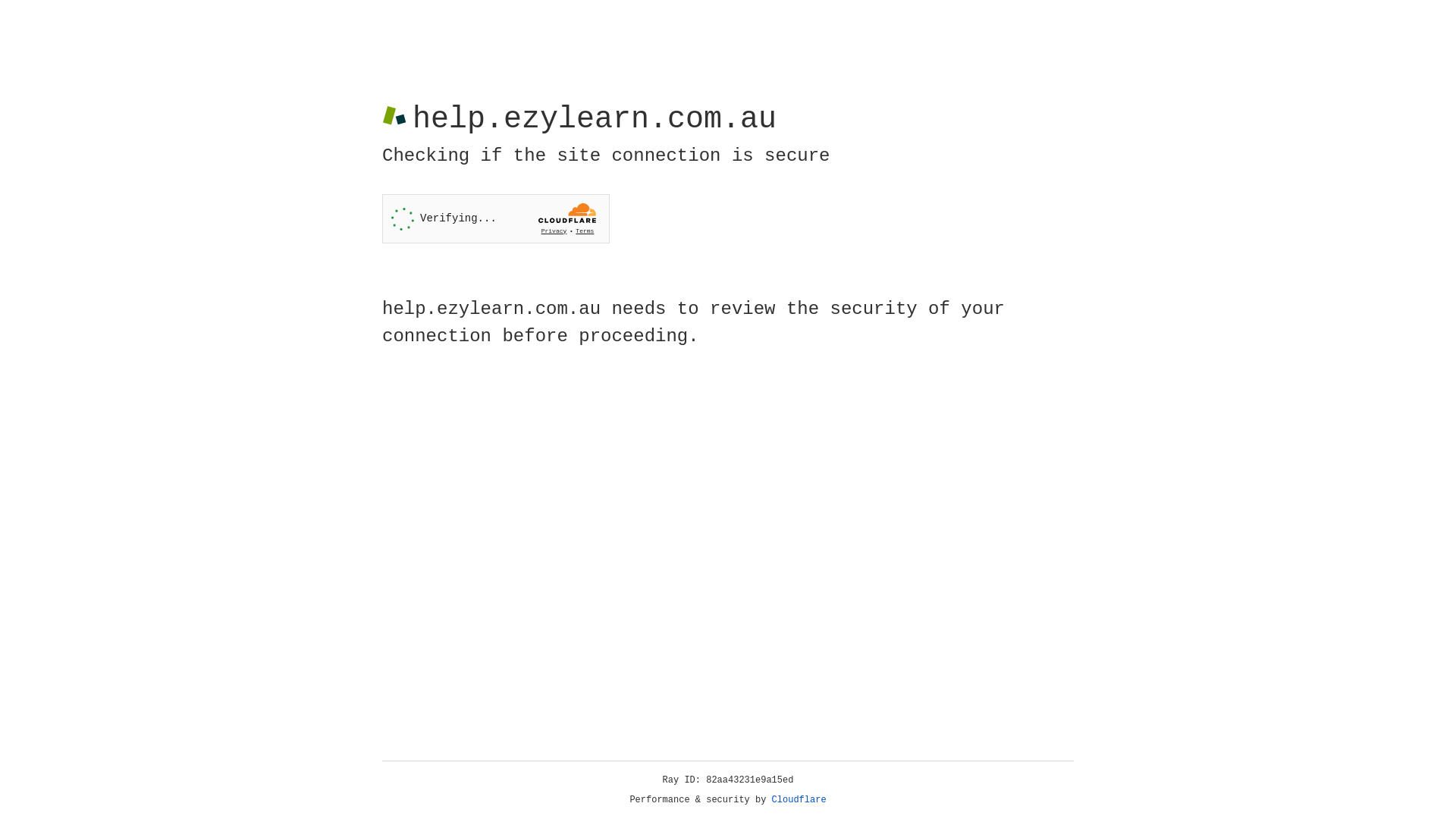 The height and width of the screenshot is (819, 1456). I want to click on 'Cloudflare', so click(799, 799).